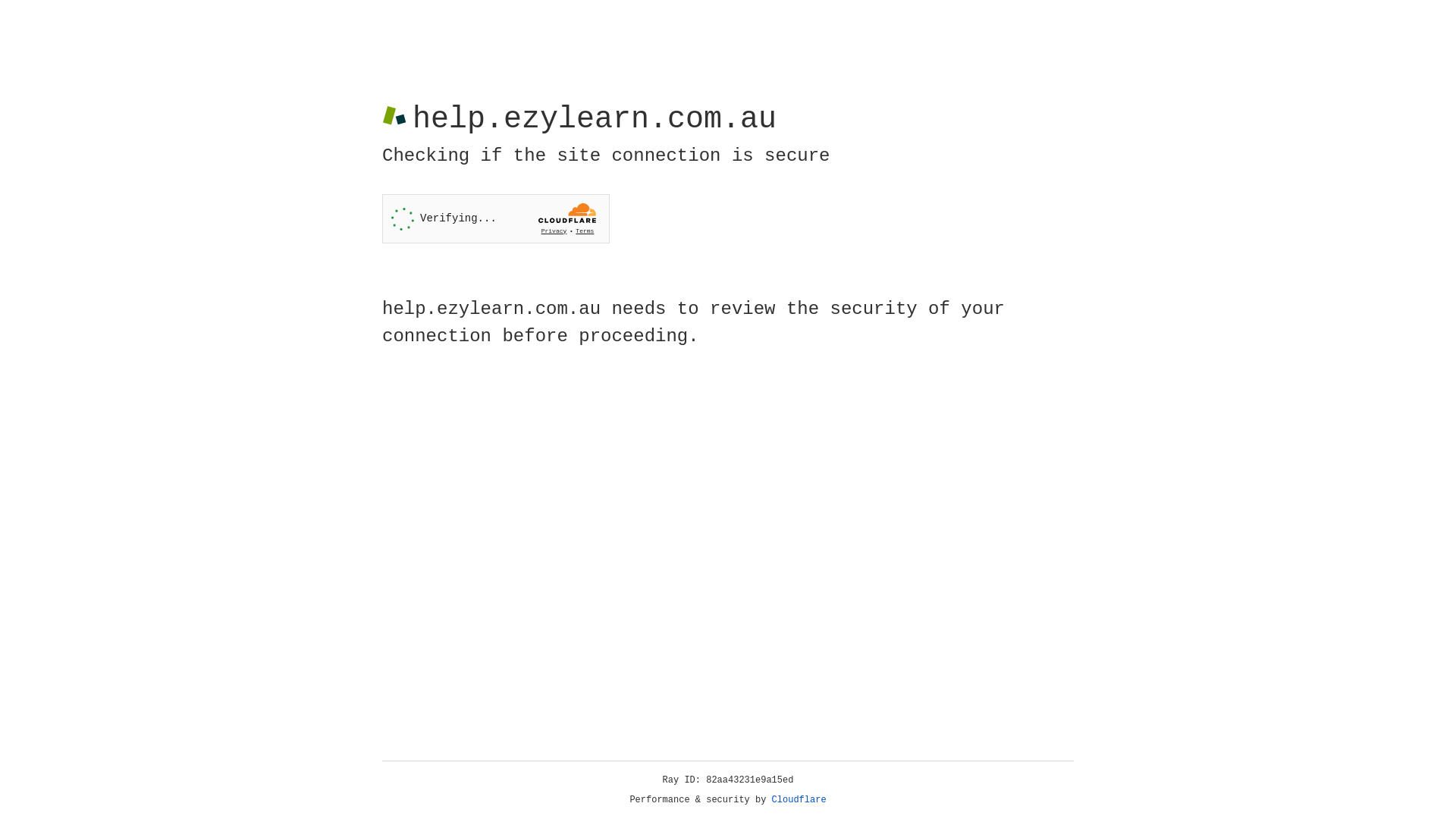 The height and width of the screenshot is (819, 1456). I want to click on 'Cloudflare', so click(799, 799).